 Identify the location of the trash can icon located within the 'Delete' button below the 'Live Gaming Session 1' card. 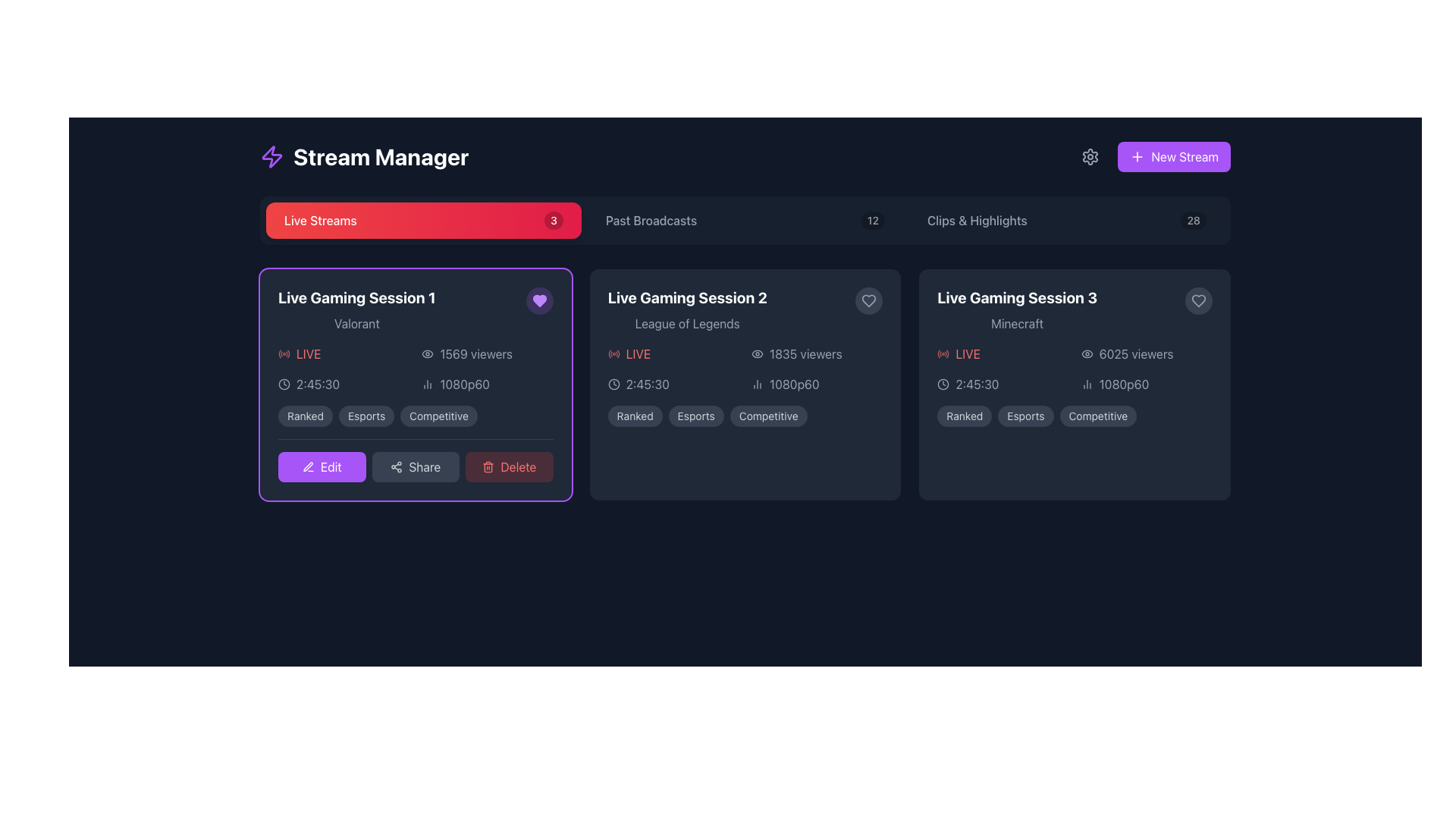
(488, 466).